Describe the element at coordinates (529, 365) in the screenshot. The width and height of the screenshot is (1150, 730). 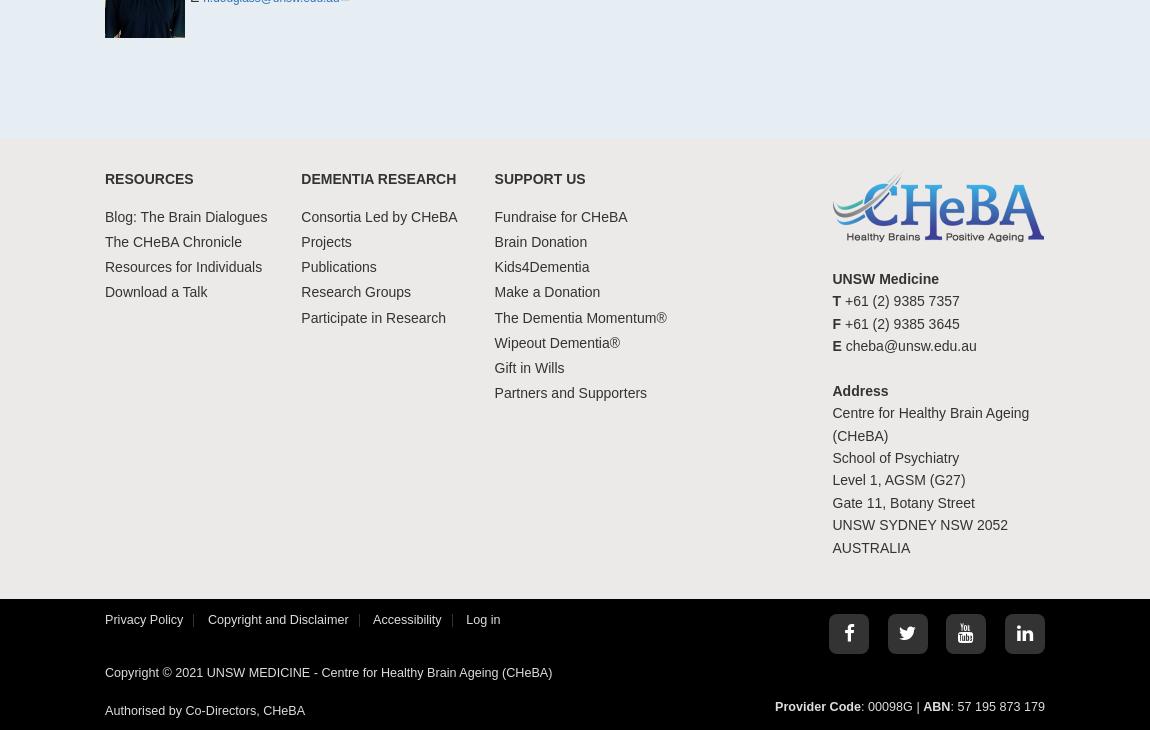
I see `'Gift in Wills'` at that location.